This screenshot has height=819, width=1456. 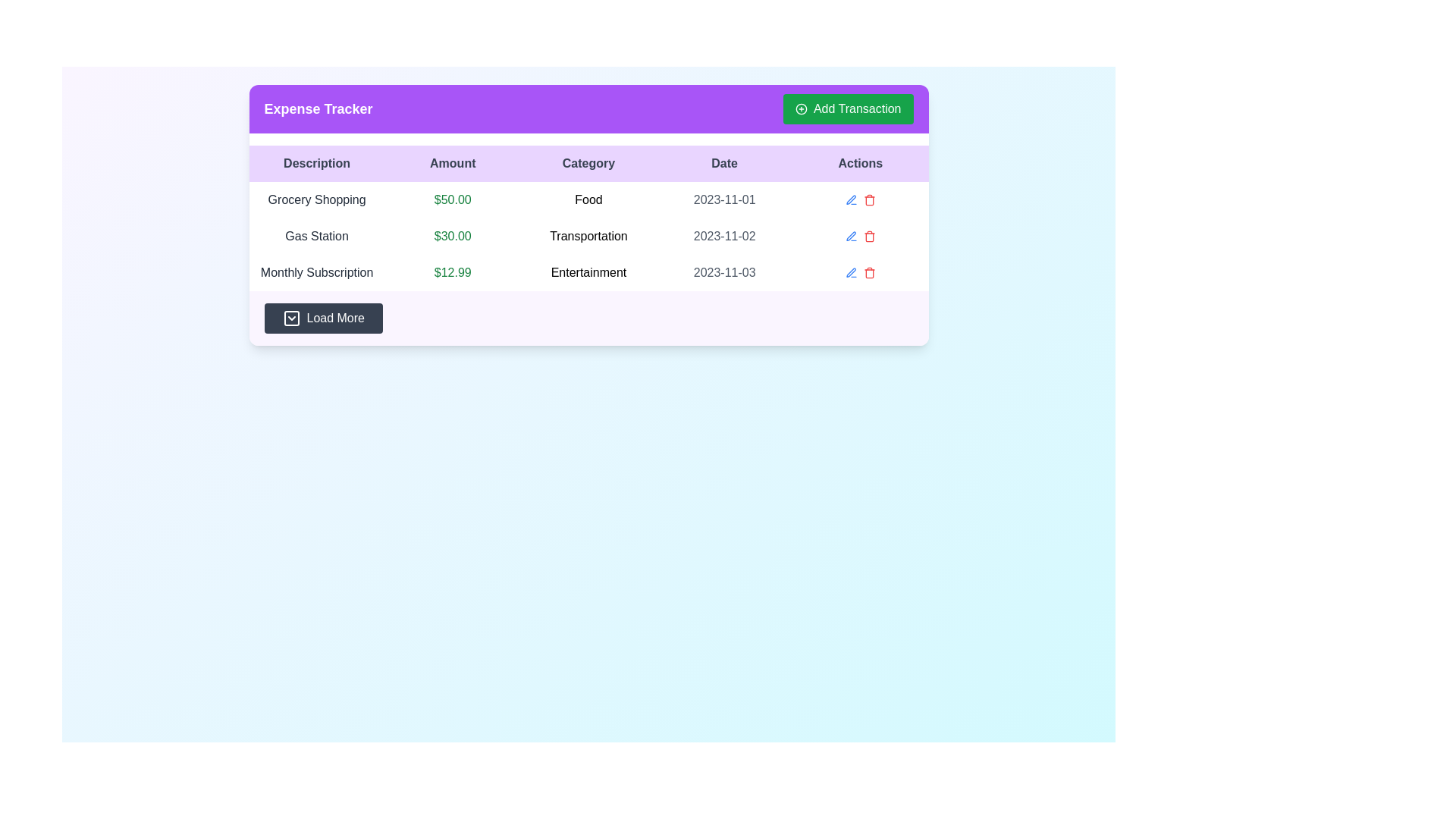 What do you see at coordinates (588, 199) in the screenshot?
I see `the static text element labeled 'Food' in the first row of the records table, which is positioned between the 'Amount' and 'Date' columns` at bounding box center [588, 199].